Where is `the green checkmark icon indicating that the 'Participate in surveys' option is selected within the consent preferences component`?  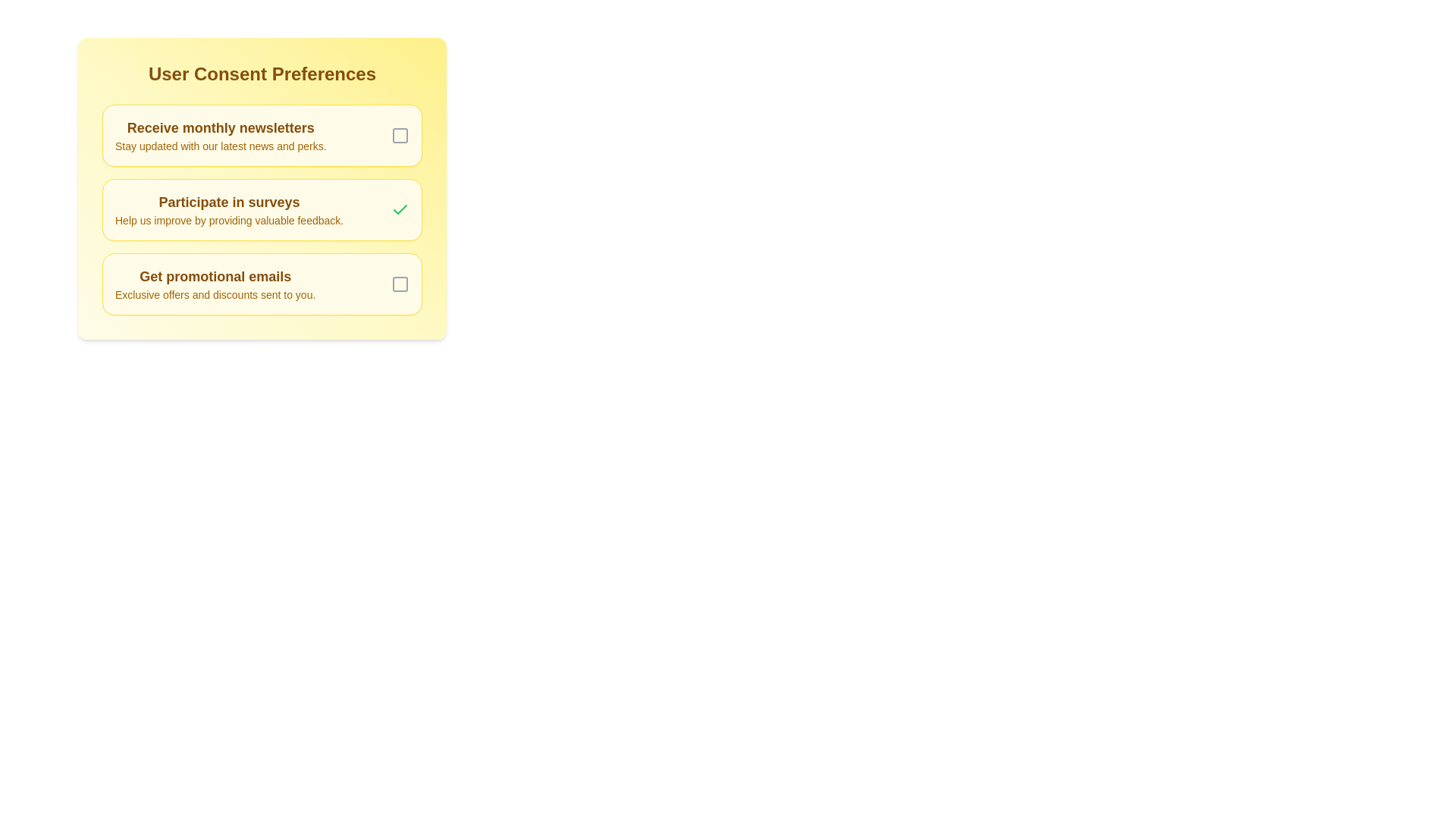
the green checkmark icon indicating that the 'Participate in surveys' option is selected within the consent preferences component is located at coordinates (400, 209).